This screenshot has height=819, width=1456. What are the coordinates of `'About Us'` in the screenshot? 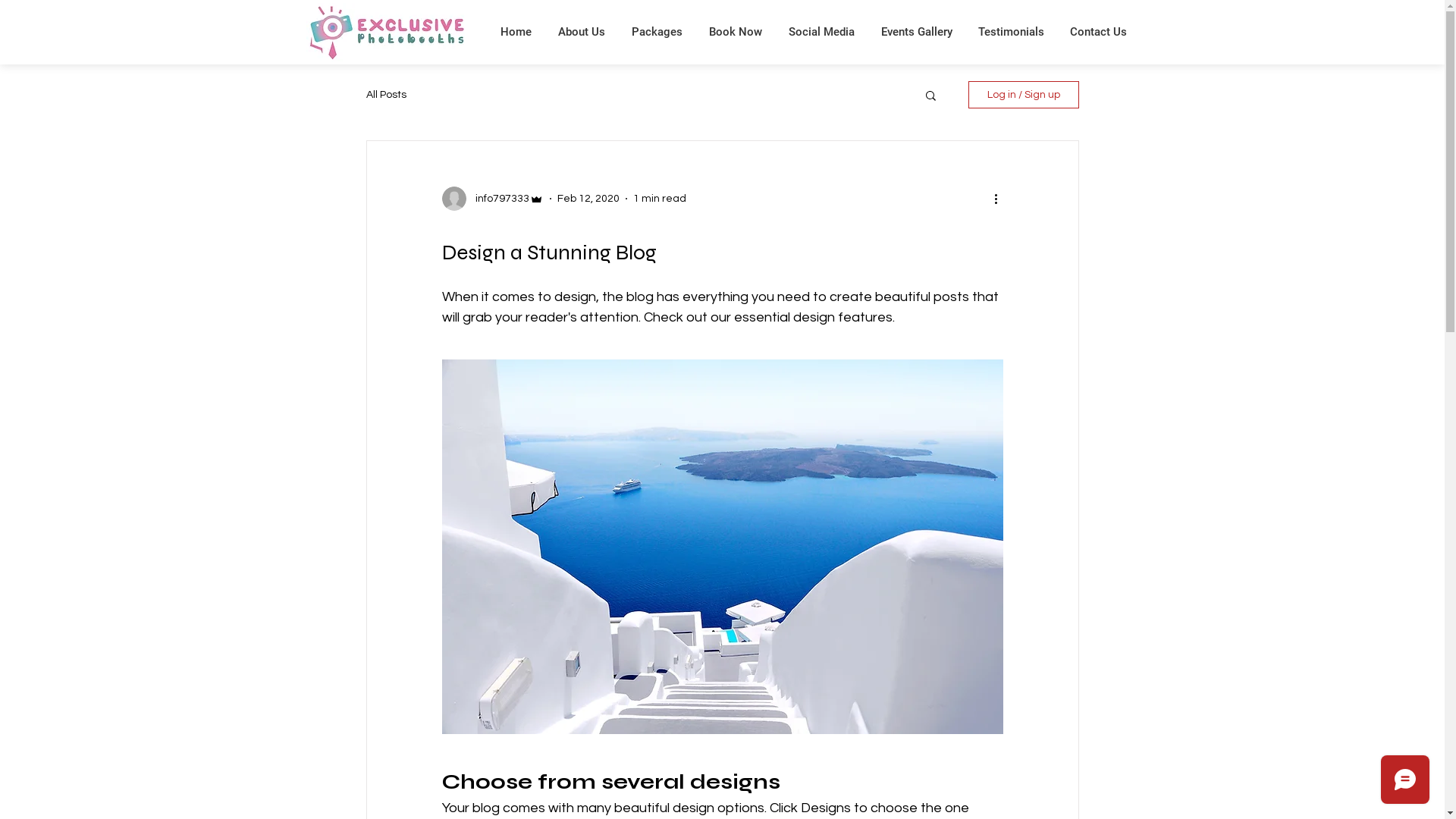 It's located at (580, 32).